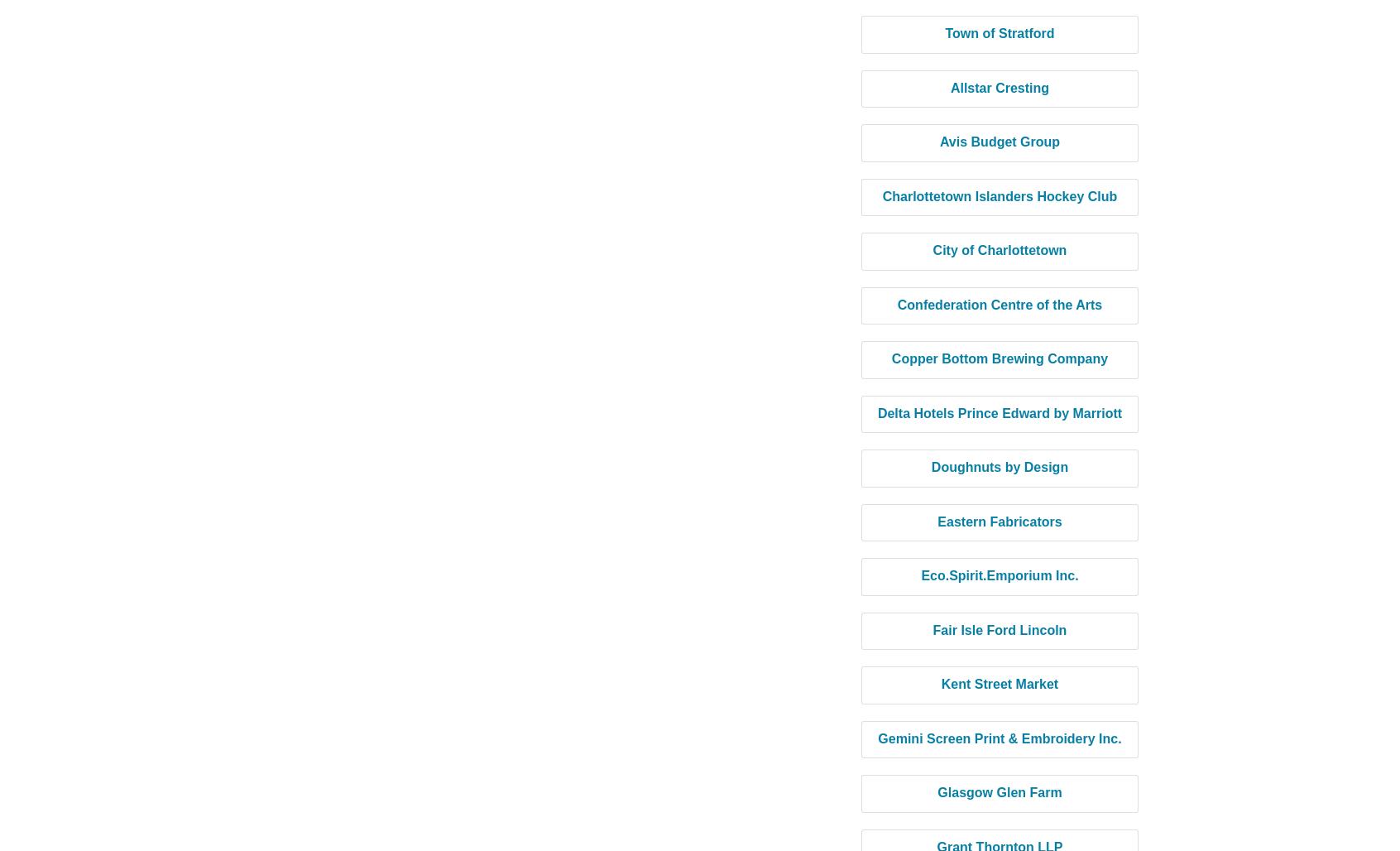 The width and height of the screenshot is (1400, 851). What do you see at coordinates (999, 33) in the screenshot?
I see `'Town of Stratford'` at bounding box center [999, 33].